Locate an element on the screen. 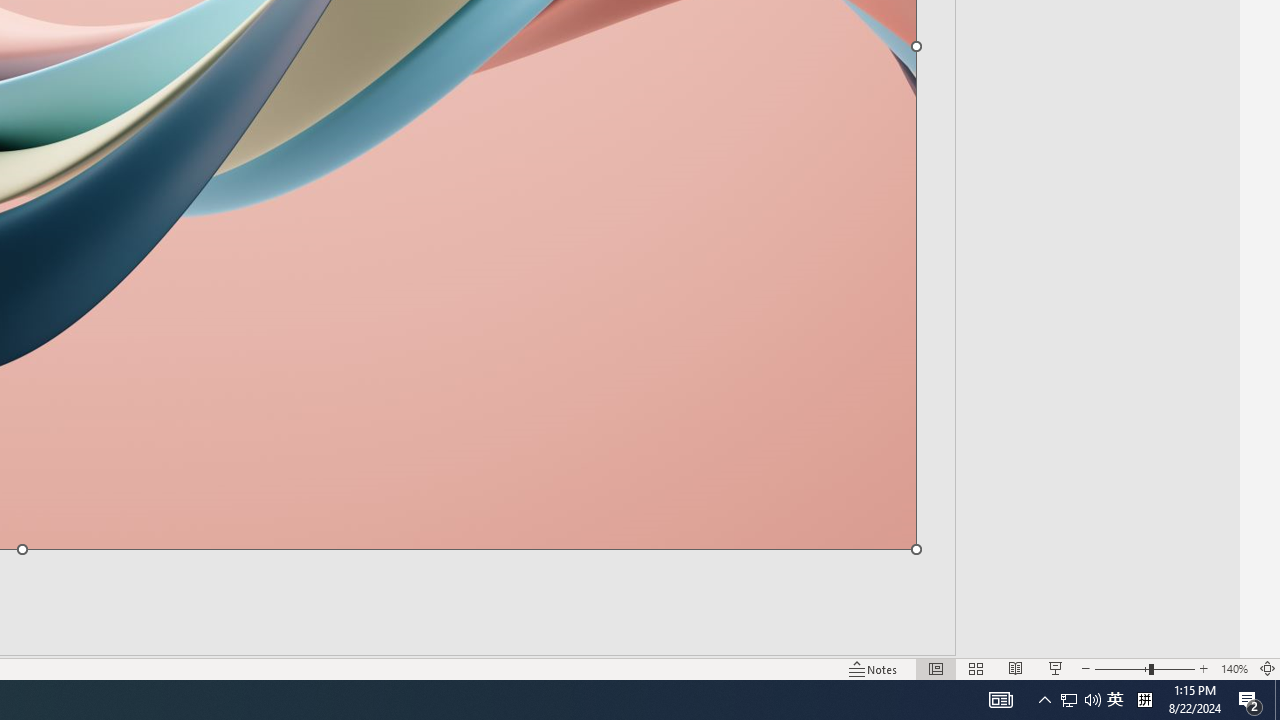 The height and width of the screenshot is (720, 1280). 'Zoom In' is located at coordinates (1203, 669).